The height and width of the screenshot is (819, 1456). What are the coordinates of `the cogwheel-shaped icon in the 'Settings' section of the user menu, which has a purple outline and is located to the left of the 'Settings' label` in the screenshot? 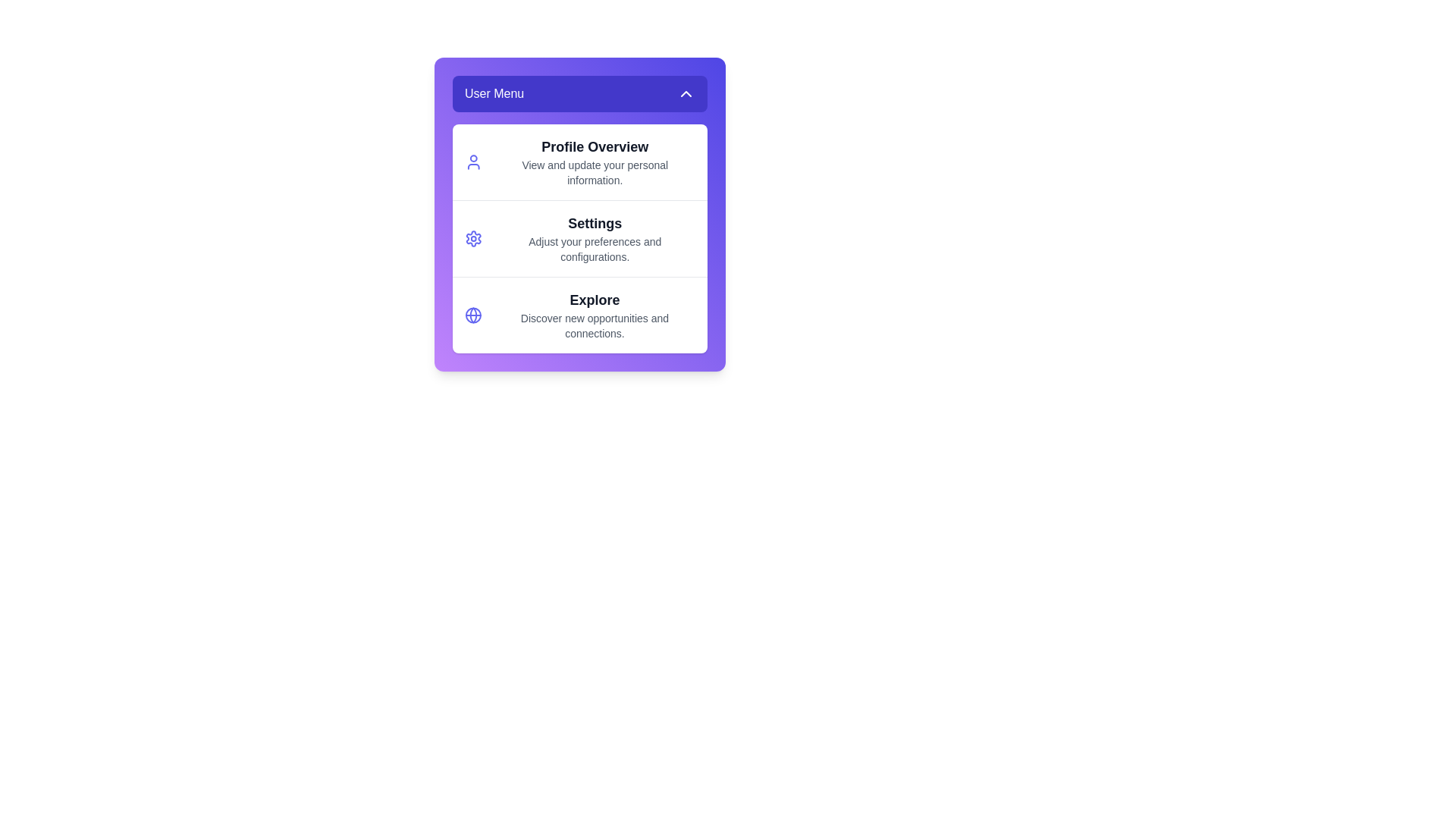 It's located at (472, 239).